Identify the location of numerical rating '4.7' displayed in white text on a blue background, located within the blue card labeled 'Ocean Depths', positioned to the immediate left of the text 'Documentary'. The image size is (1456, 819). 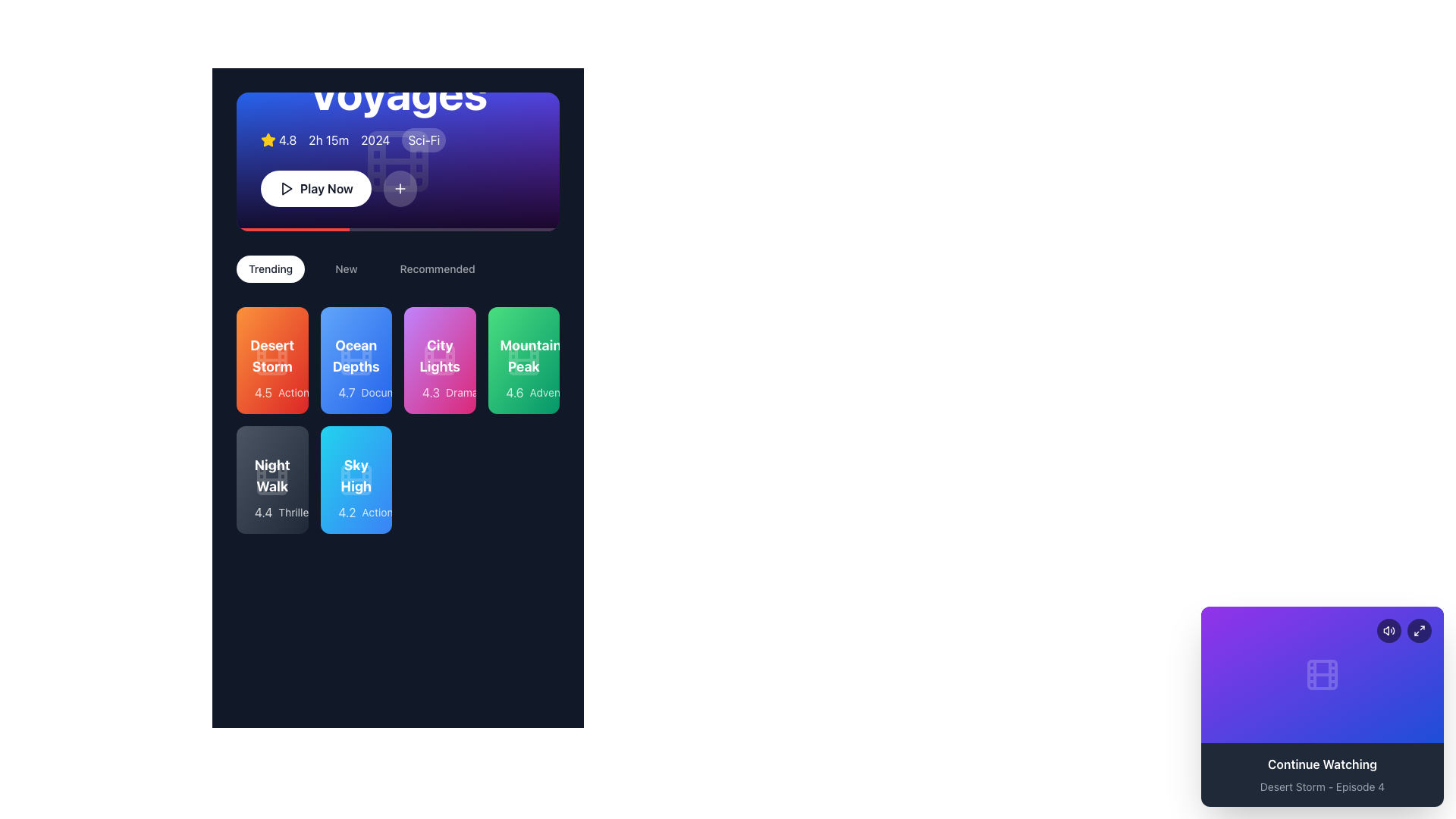
(346, 392).